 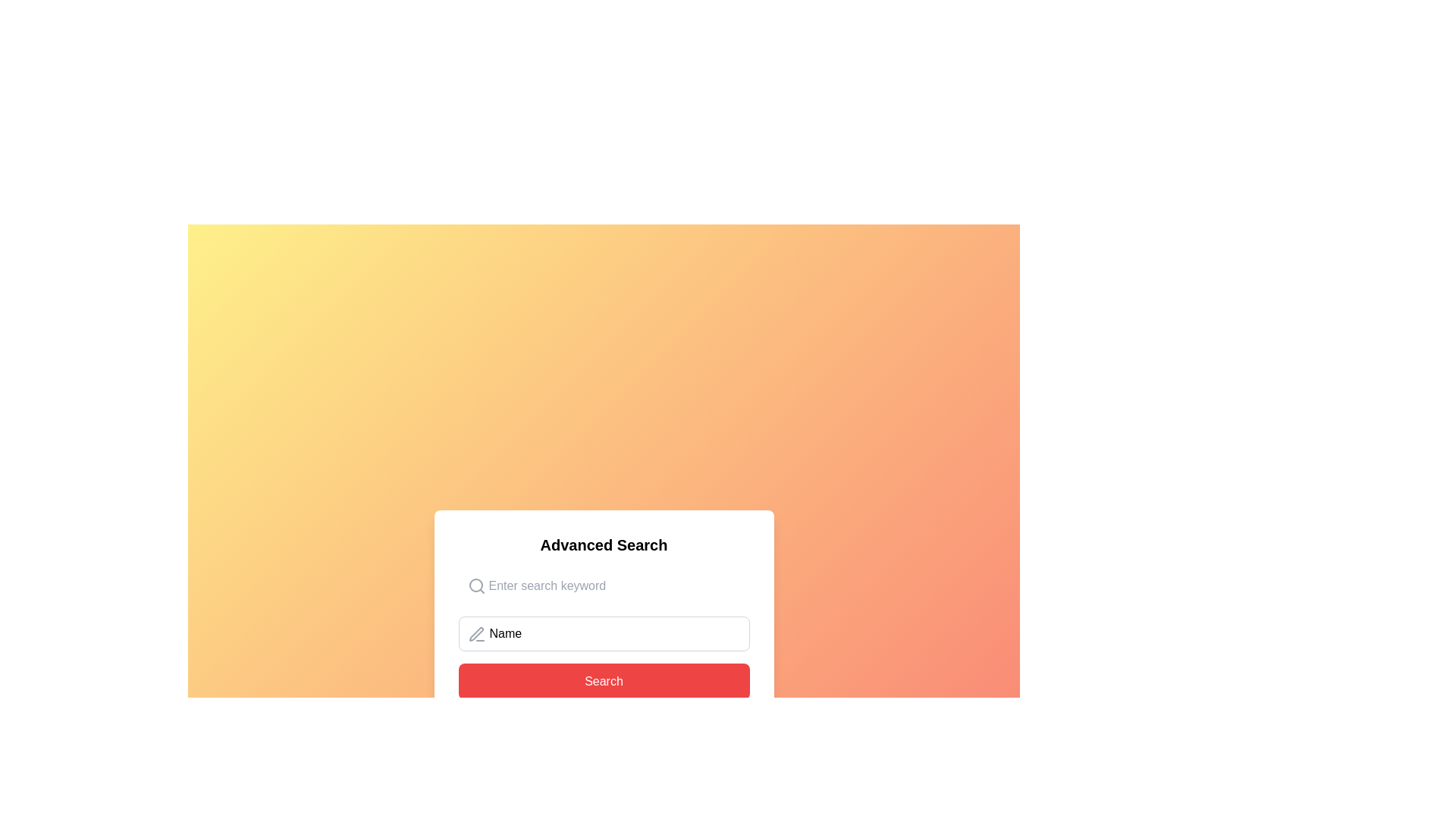 I want to click on the text input field used for entering keywords or search terms, so click(x=603, y=585).